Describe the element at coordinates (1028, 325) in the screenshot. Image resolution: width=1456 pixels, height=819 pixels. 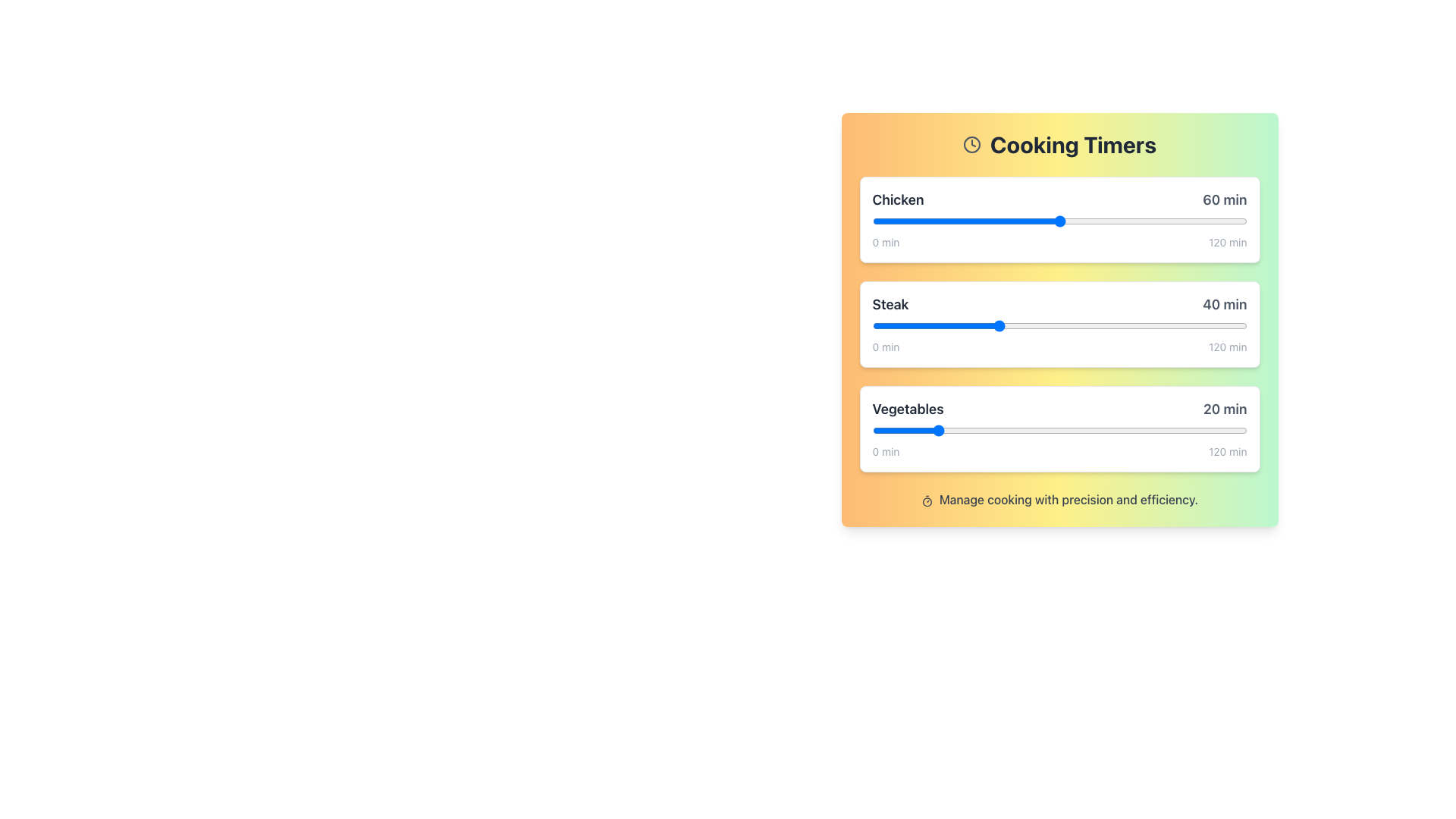
I see `the timer value for the slider` at that location.